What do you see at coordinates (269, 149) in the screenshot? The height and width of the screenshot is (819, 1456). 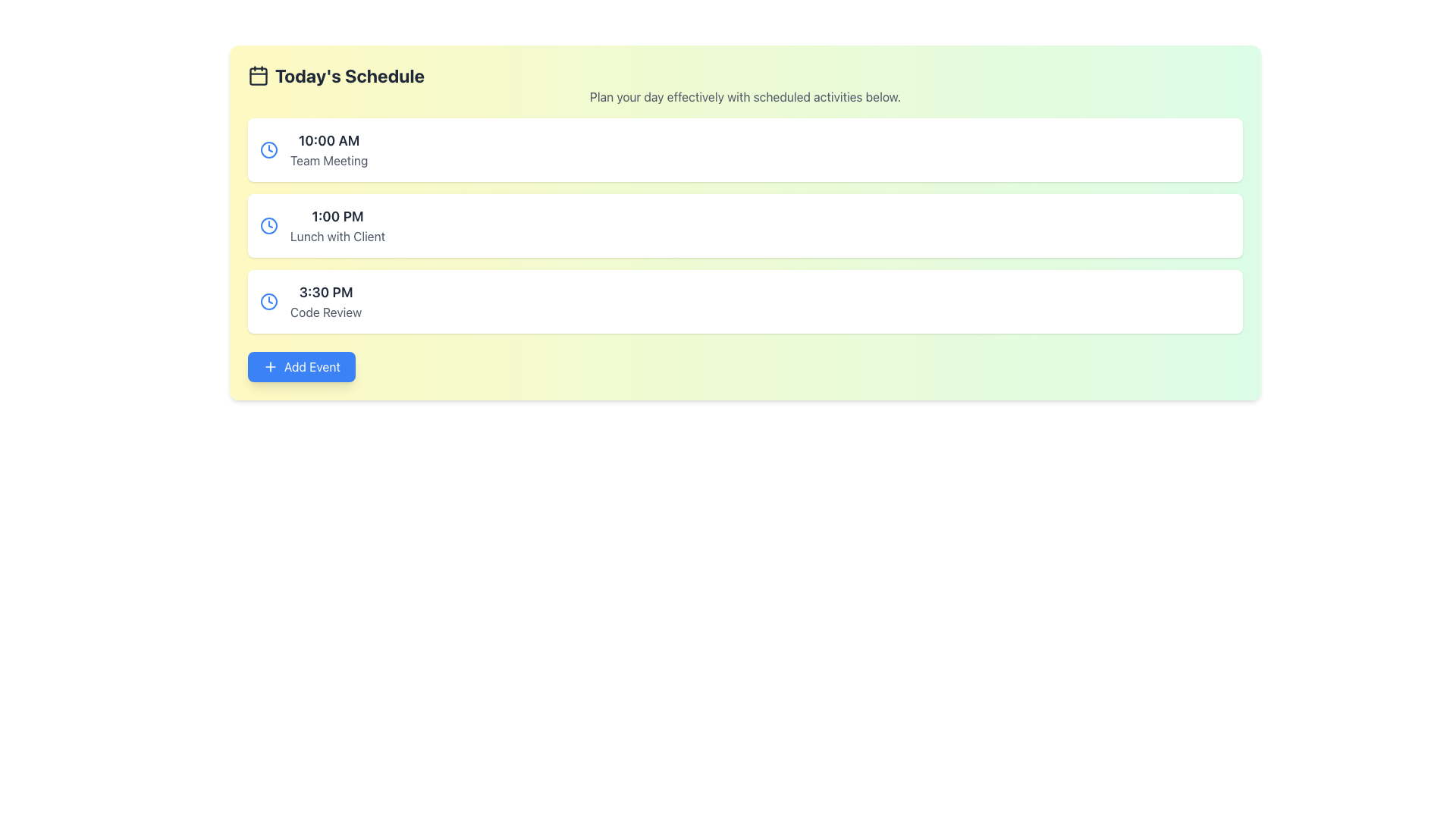 I see `the blue circular icon of the clock illustration, which is the outer circle of the clock icon located to the left of '10:00 AM' in the schedule` at bounding box center [269, 149].